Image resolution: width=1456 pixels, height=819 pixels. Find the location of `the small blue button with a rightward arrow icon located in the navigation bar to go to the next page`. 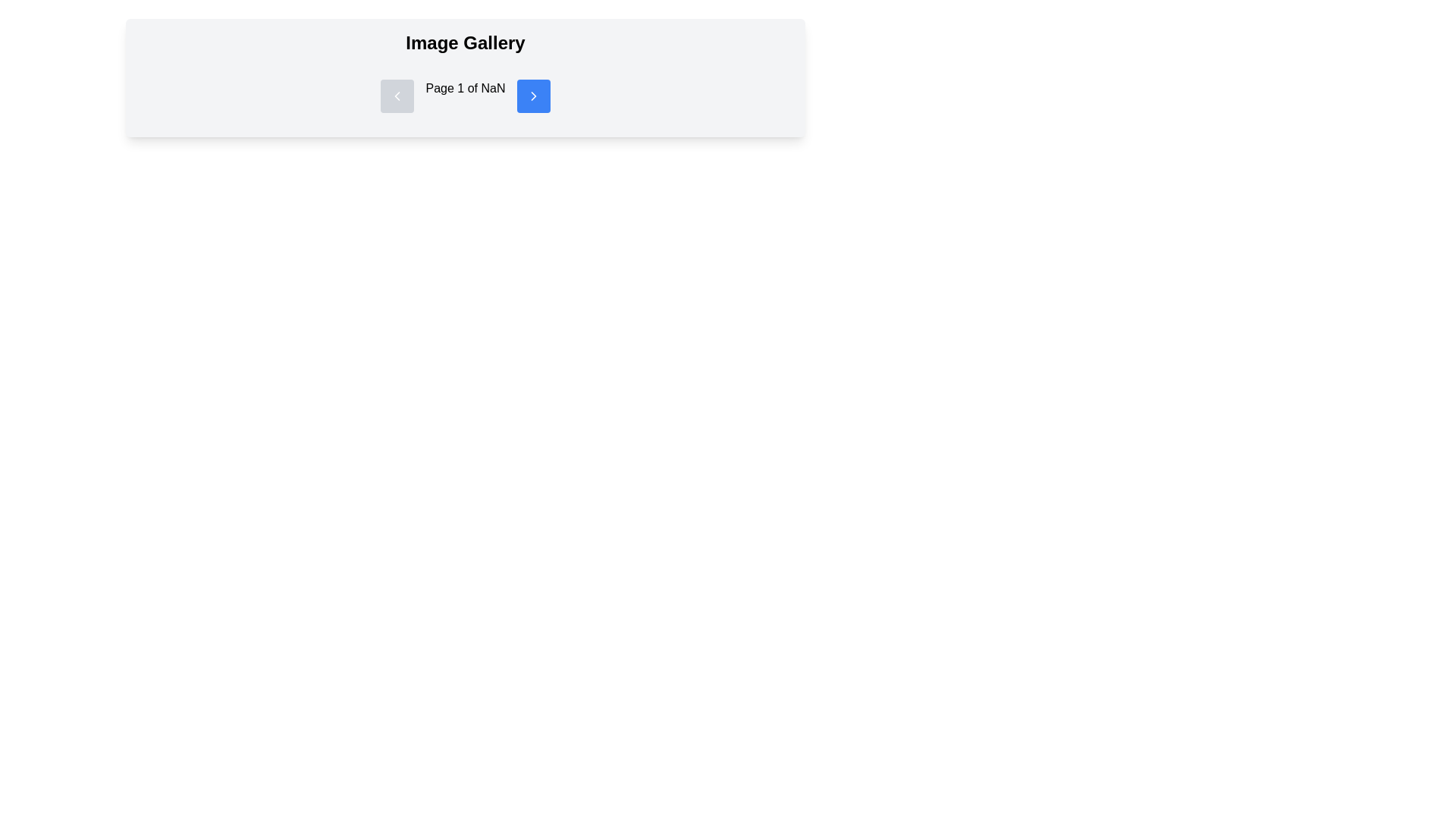

the small blue button with a rightward arrow icon located in the navigation bar to go to the next page is located at coordinates (534, 96).